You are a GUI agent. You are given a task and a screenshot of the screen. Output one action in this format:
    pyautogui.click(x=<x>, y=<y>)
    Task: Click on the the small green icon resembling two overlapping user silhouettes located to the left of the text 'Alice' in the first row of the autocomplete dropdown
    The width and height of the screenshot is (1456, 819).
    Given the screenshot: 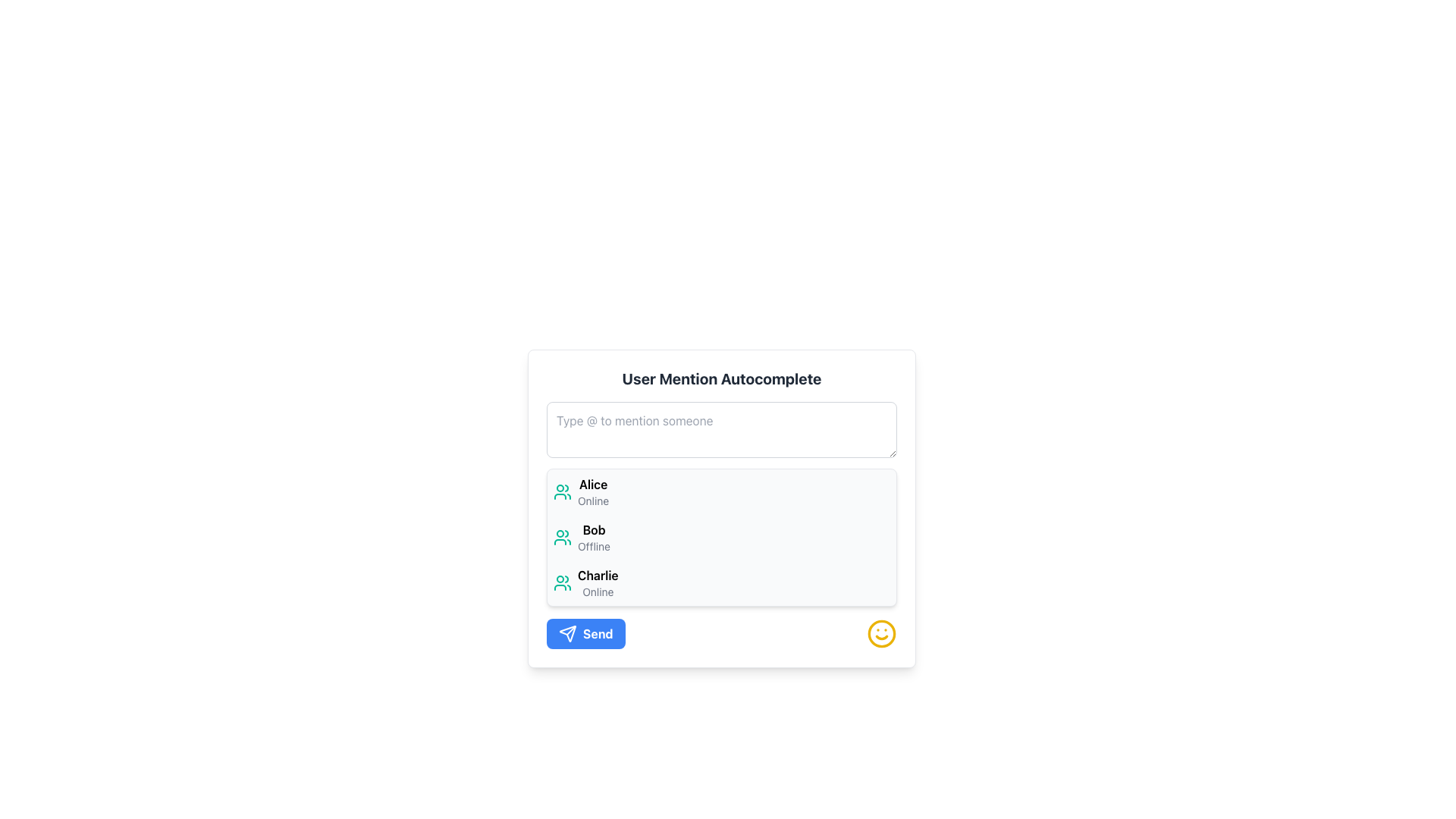 What is the action you would take?
    pyautogui.click(x=562, y=491)
    